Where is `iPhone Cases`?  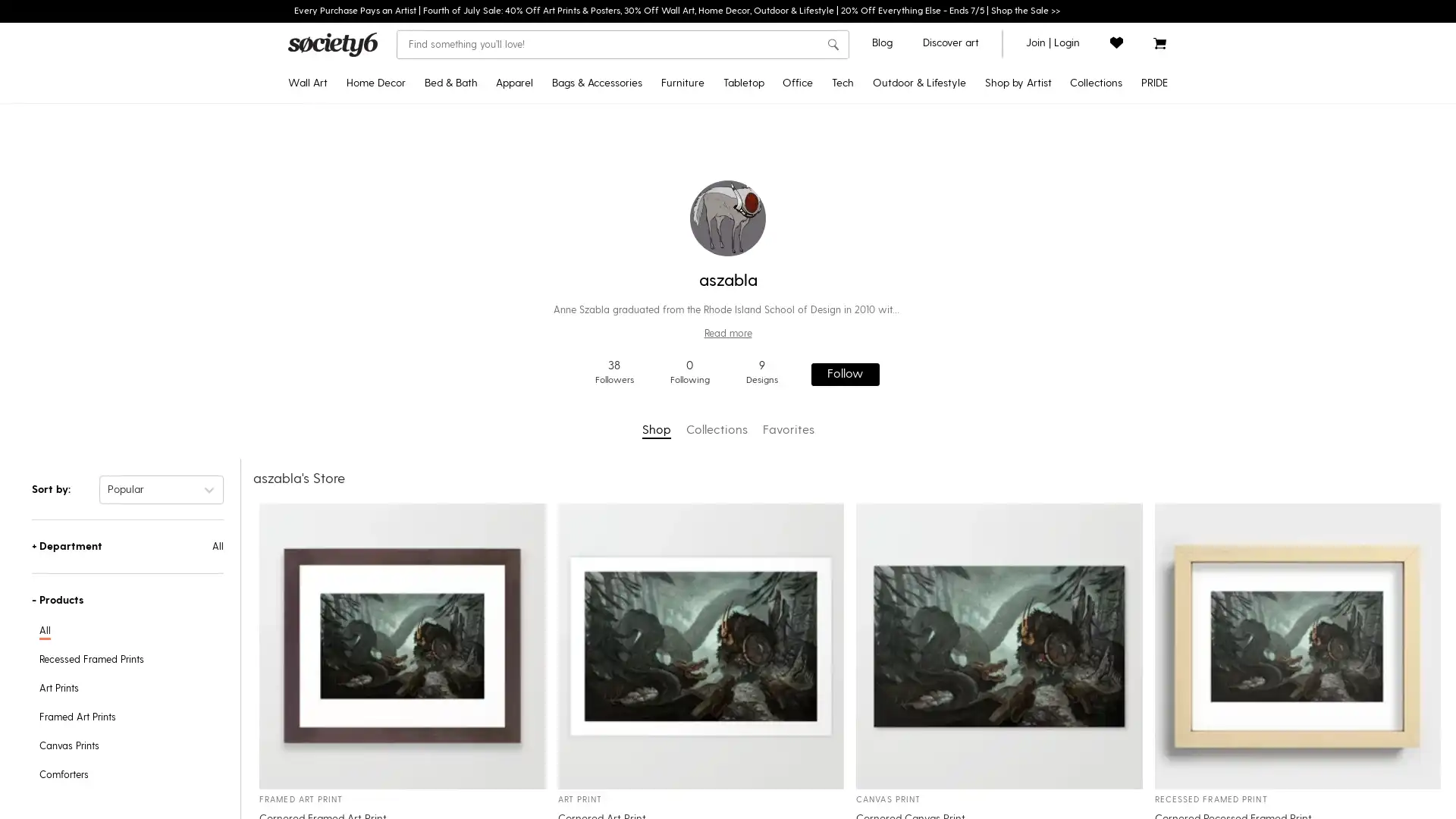 iPhone Cases is located at coordinates (896, 121).